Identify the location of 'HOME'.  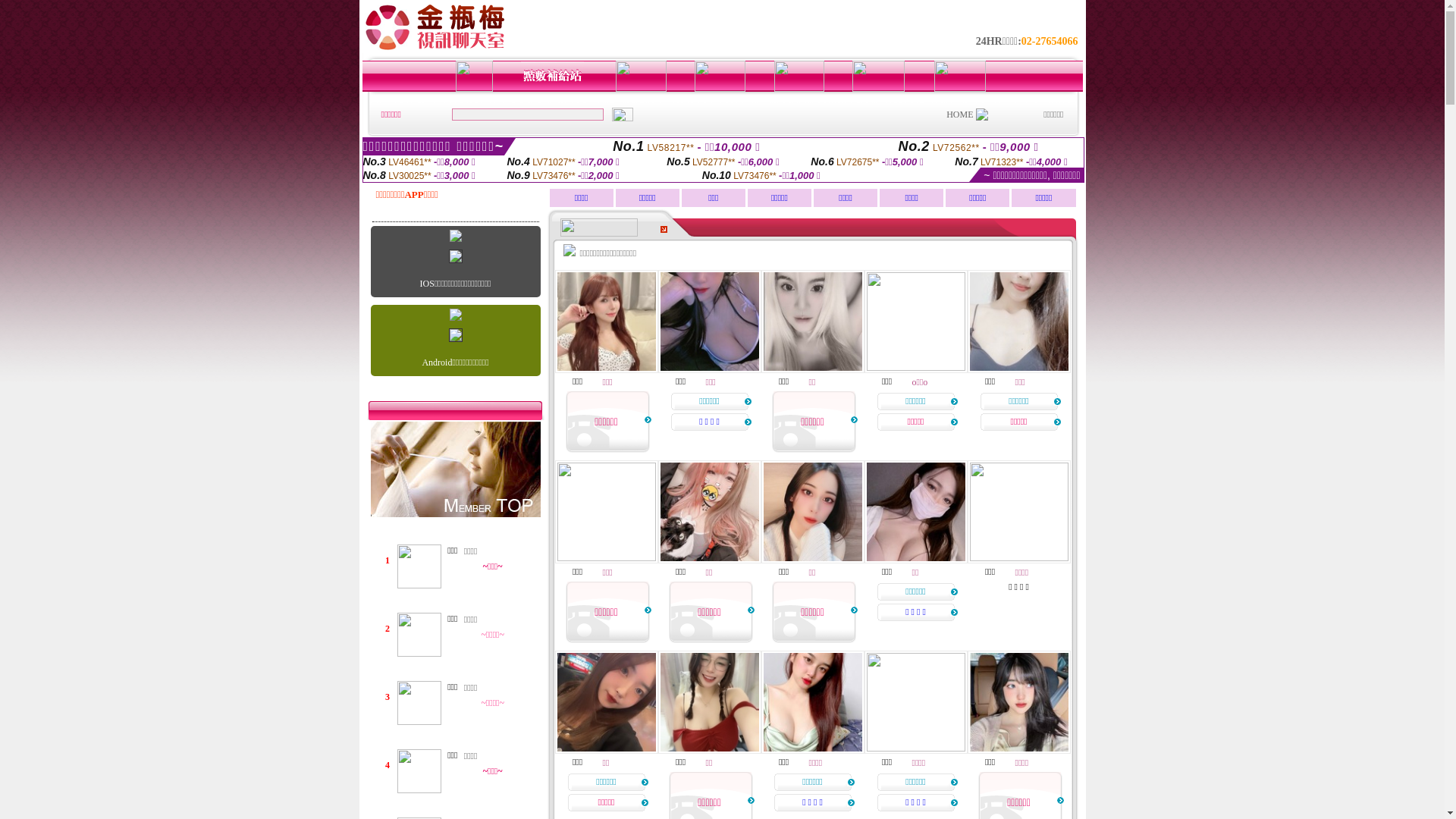
(946, 113).